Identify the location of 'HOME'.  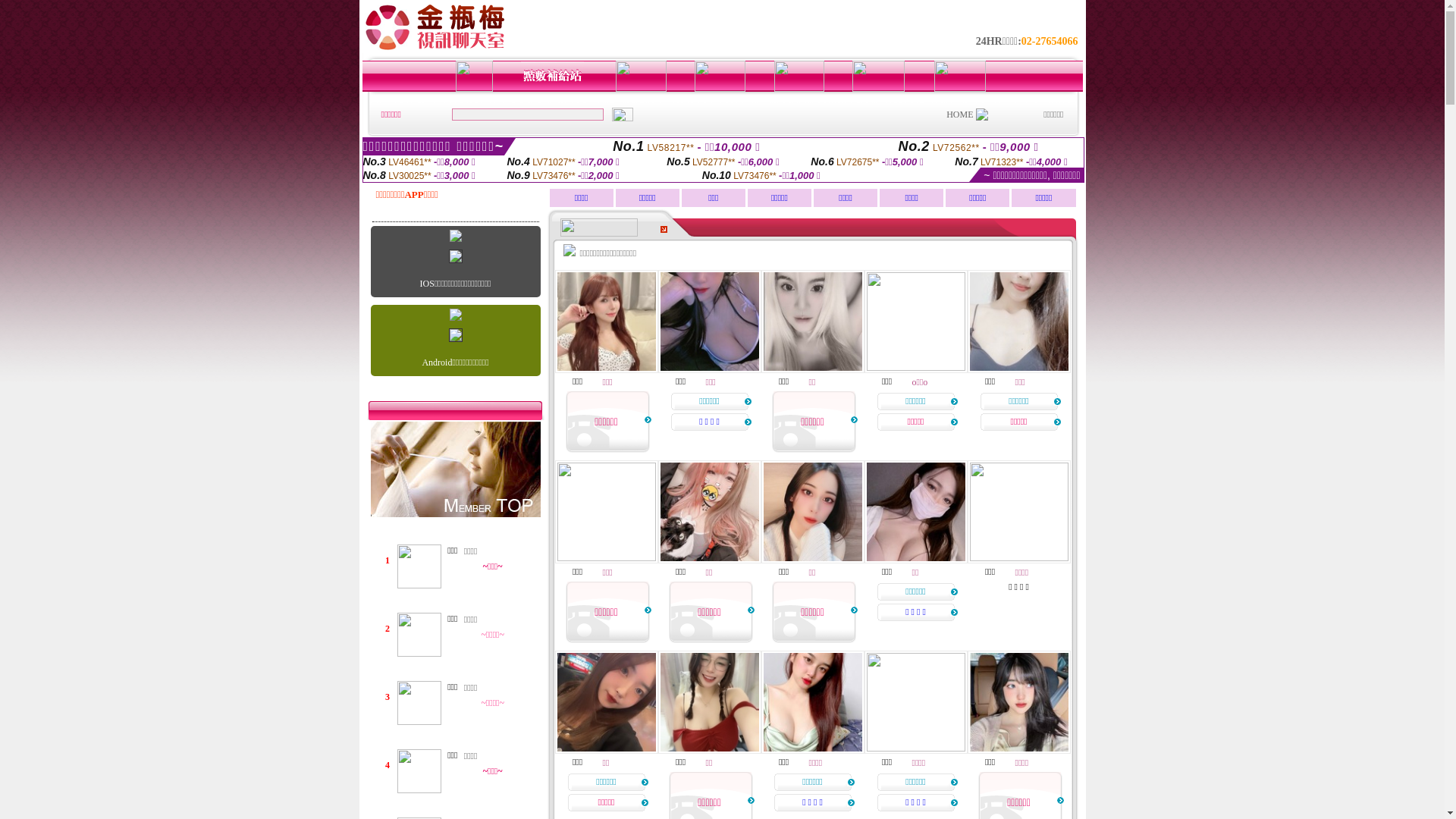
(946, 113).